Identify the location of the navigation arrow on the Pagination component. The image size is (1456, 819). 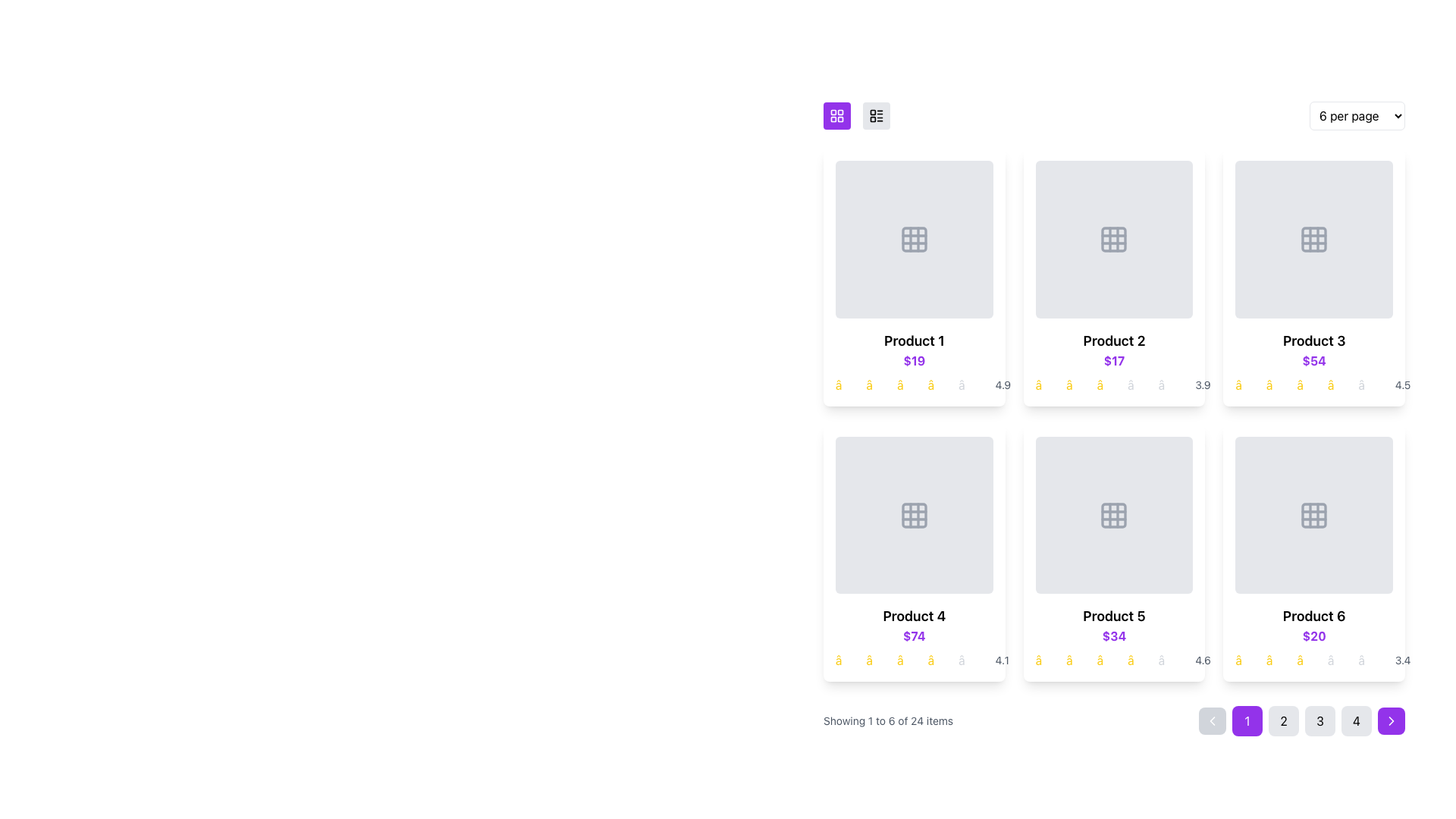
(1114, 720).